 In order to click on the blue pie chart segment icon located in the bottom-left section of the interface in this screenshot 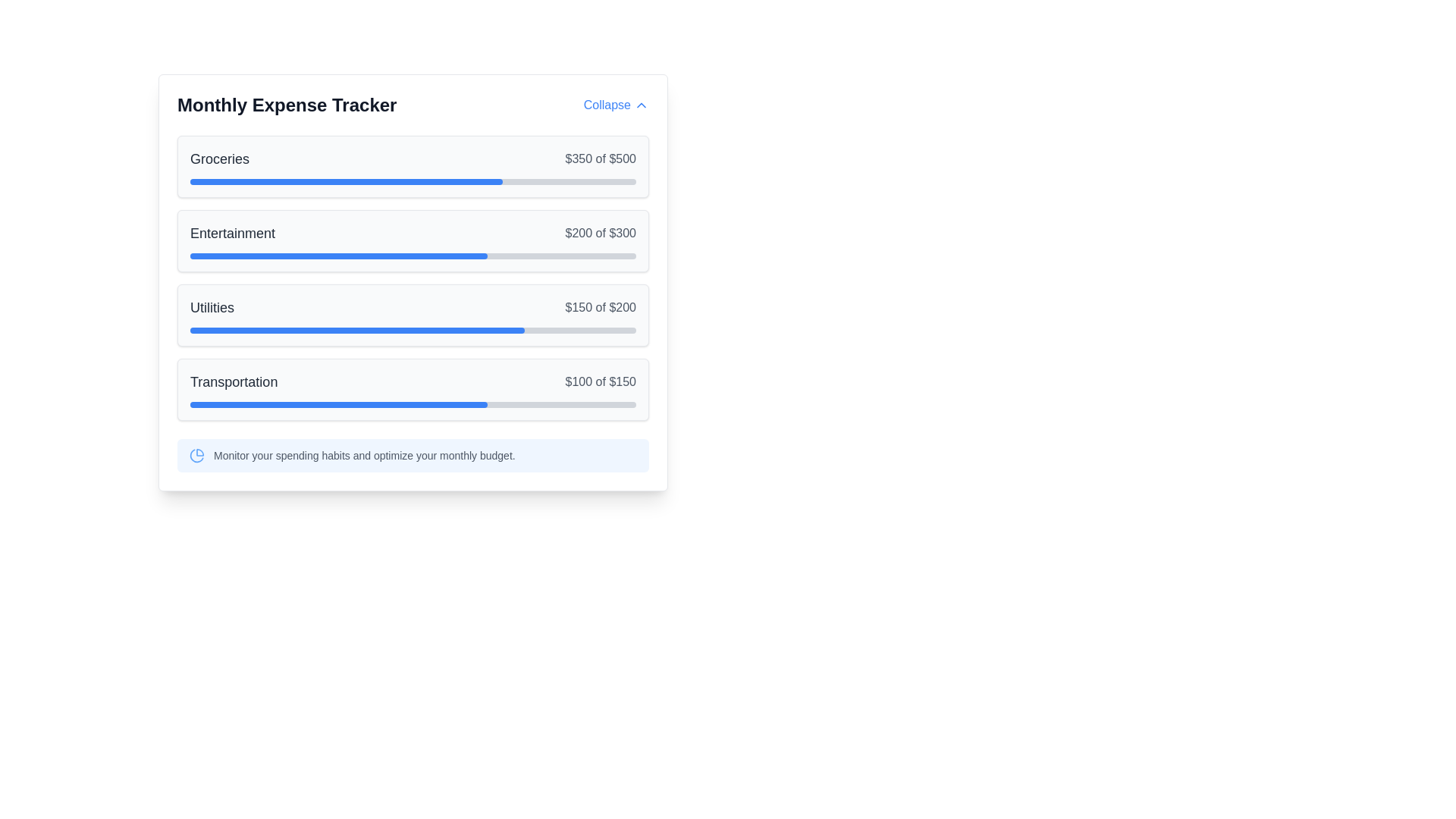, I will do `click(196, 455)`.